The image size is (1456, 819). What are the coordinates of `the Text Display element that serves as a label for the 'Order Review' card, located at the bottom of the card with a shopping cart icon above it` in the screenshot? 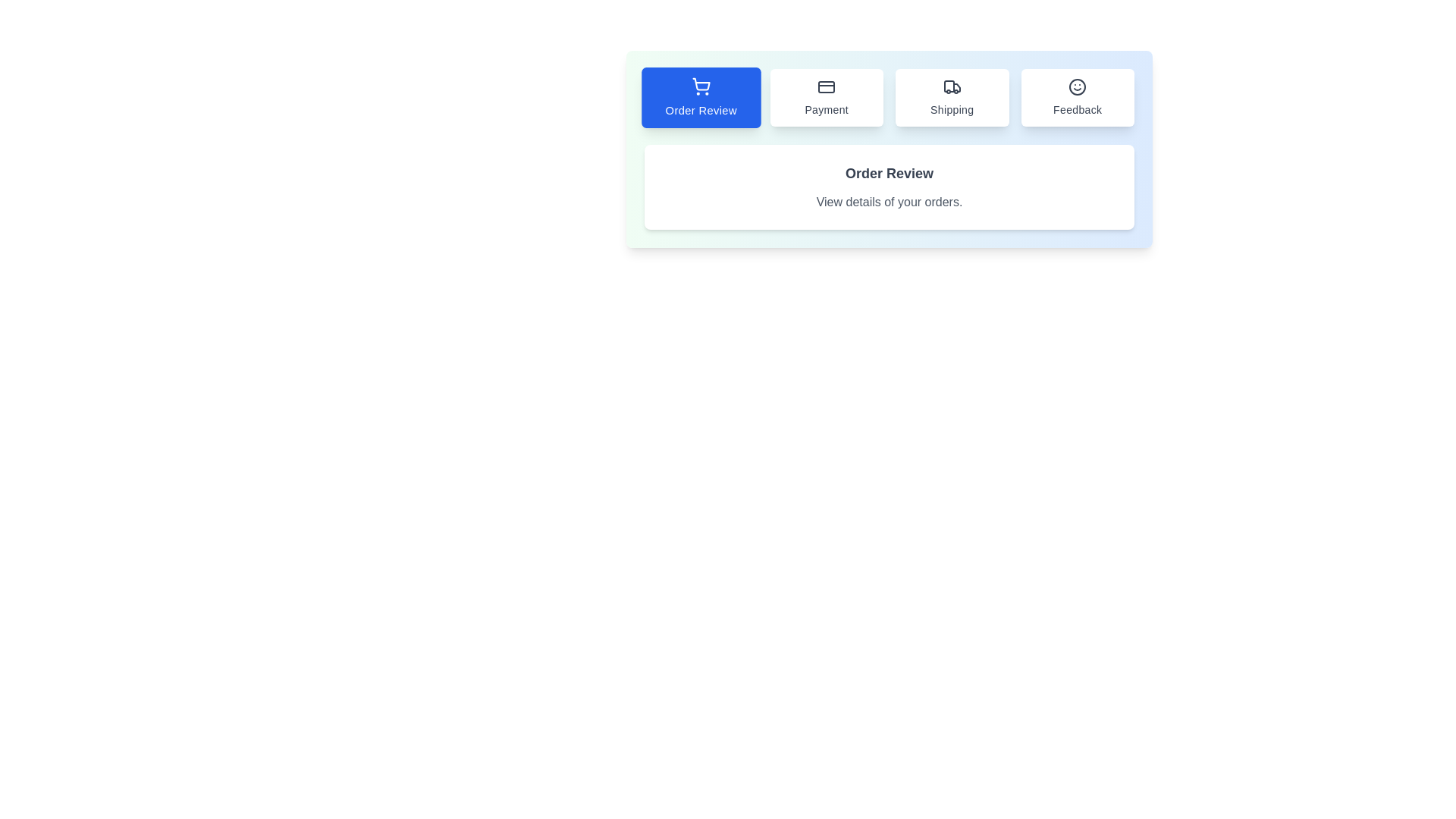 It's located at (700, 109).